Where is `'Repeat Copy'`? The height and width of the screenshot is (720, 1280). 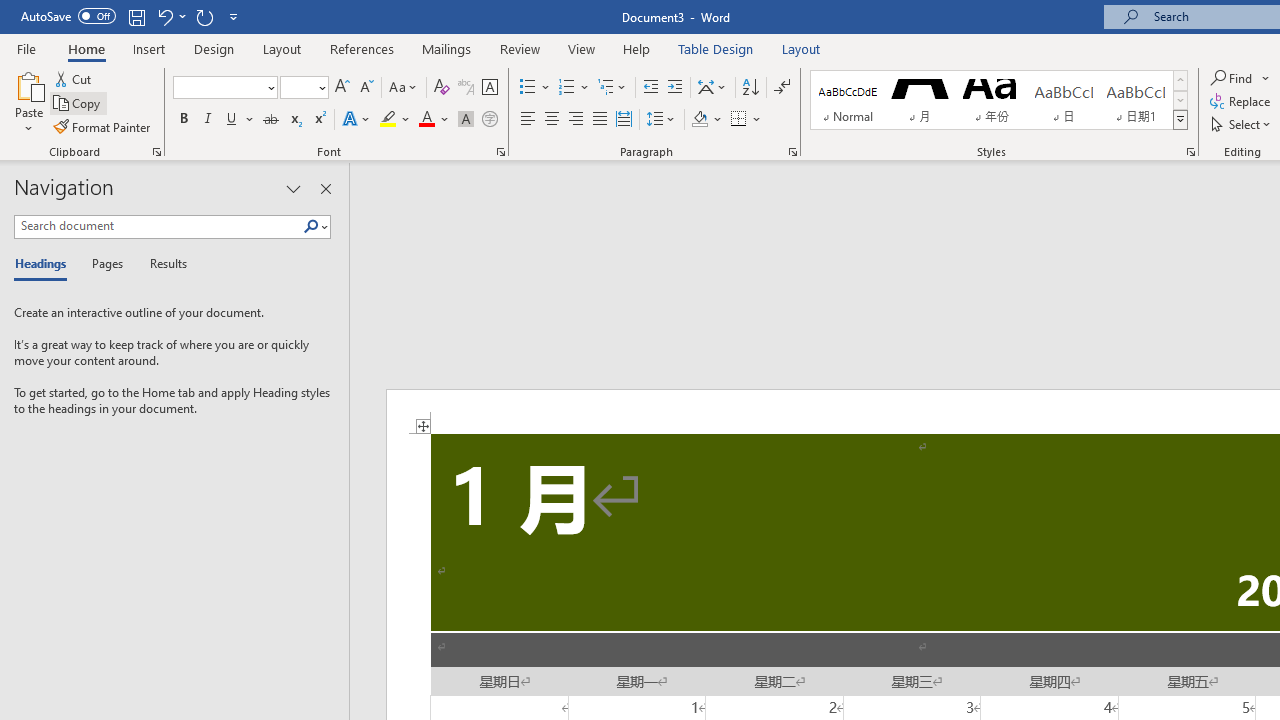 'Repeat Copy' is located at coordinates (204, 16).